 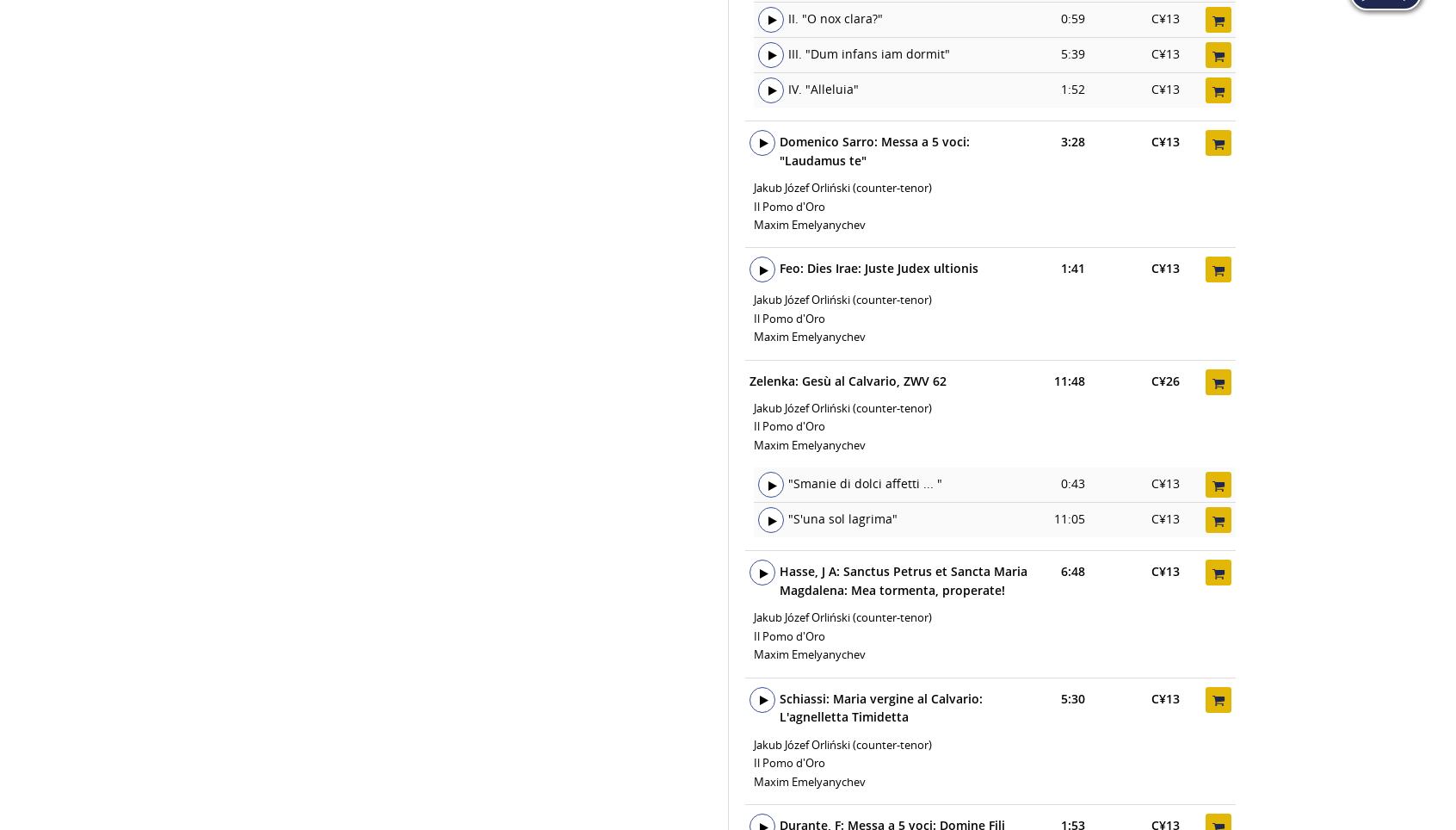 What do you see at coordinates (1073, 17) in the screenshot?
I see `'0:59'` at bounding box center [1073, 17].